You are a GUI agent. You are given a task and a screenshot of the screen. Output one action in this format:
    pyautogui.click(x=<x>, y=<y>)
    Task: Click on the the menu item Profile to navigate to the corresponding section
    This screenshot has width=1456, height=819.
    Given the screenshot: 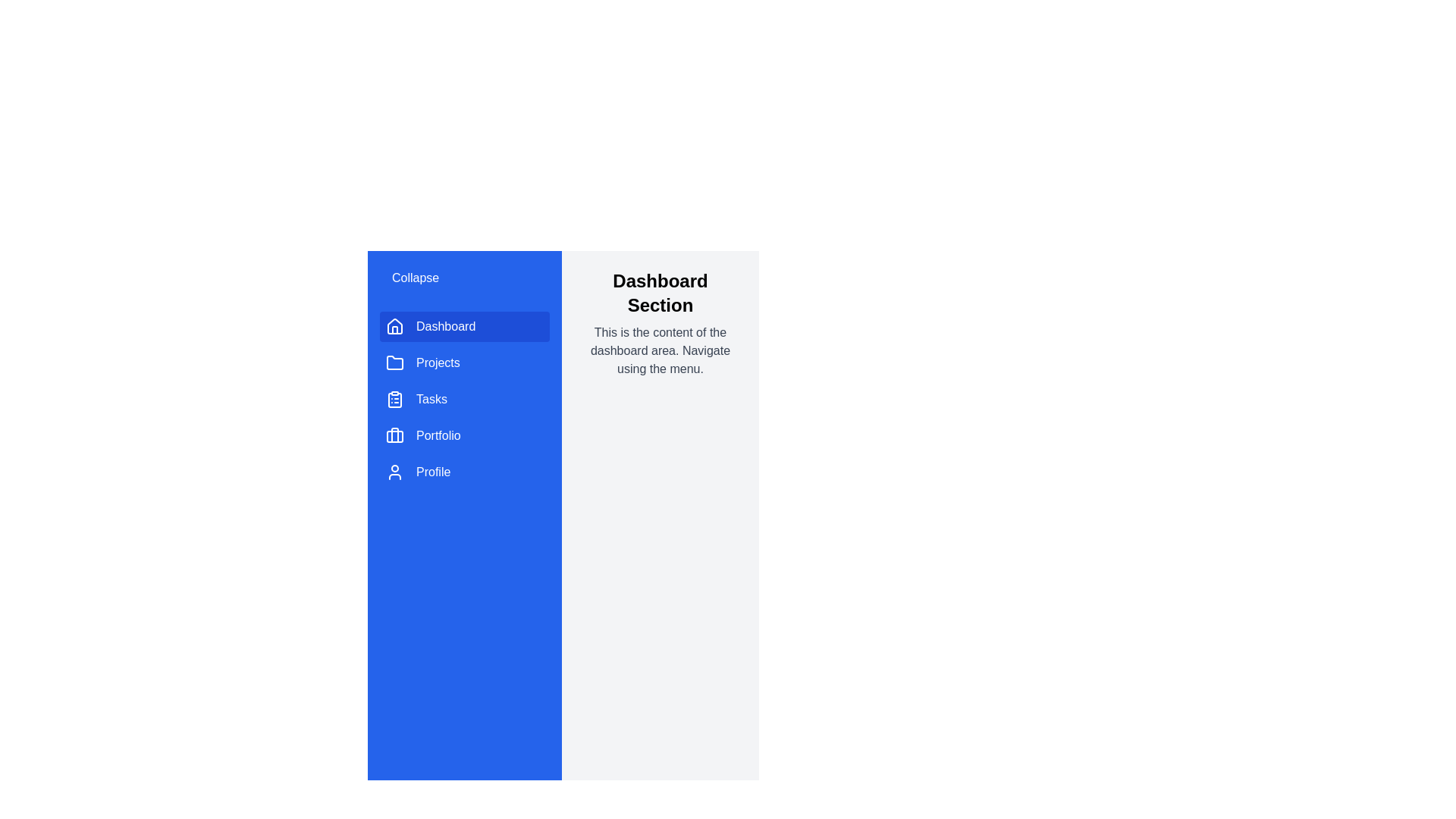 What is the action you would take?
    pyautogui.click(x=464, y=472)
    